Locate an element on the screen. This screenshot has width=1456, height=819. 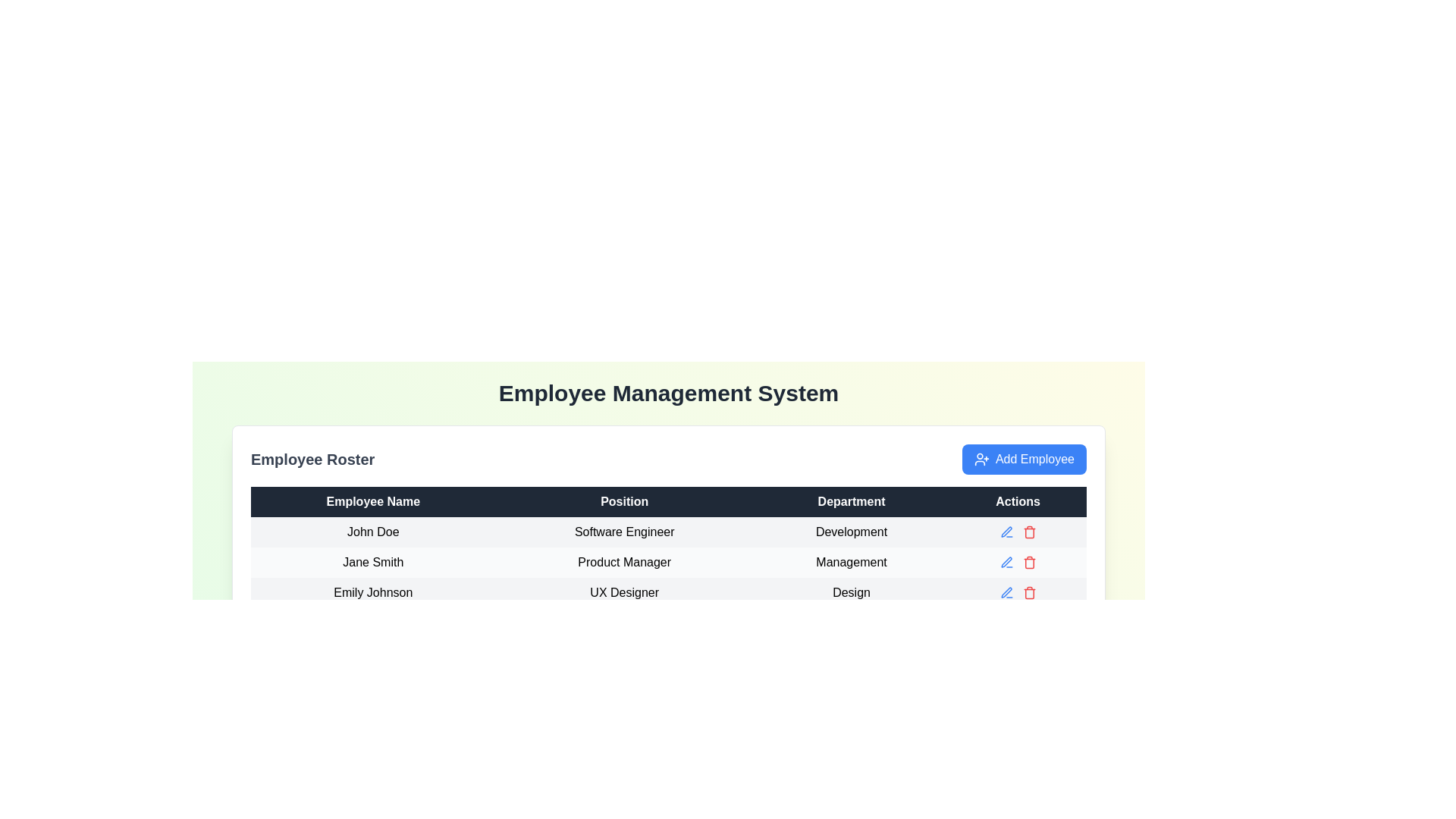
the static text label displaying 'Design' in the last cell of the row corresponding to 'Emily Johnson' in the 'Department' column of the employee roster table is located at coordinates (852, 592).